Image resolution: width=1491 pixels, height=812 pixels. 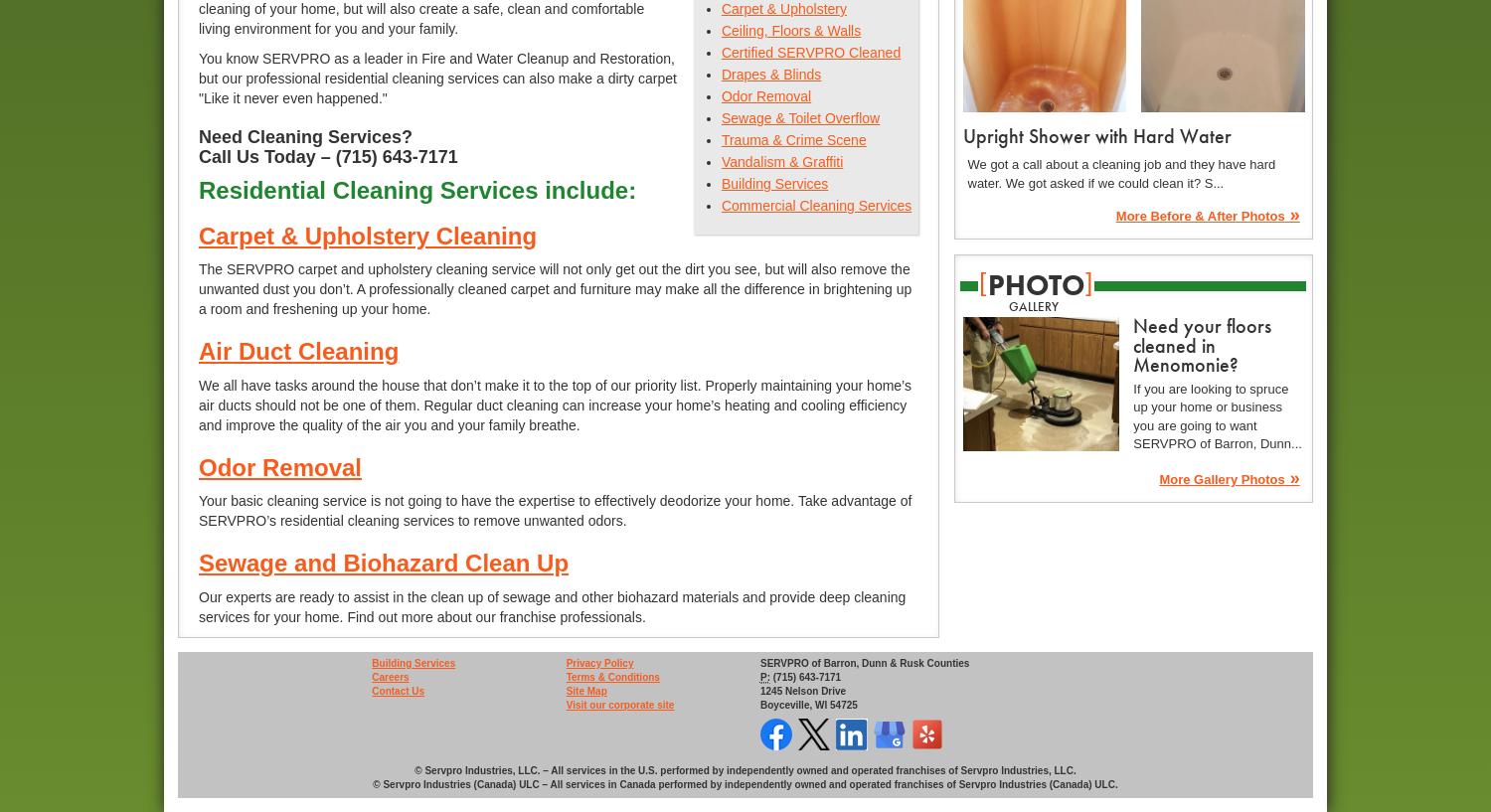 I want to click on 'Sewage and Biohazard Clean Up', so click(x=383, y=562).